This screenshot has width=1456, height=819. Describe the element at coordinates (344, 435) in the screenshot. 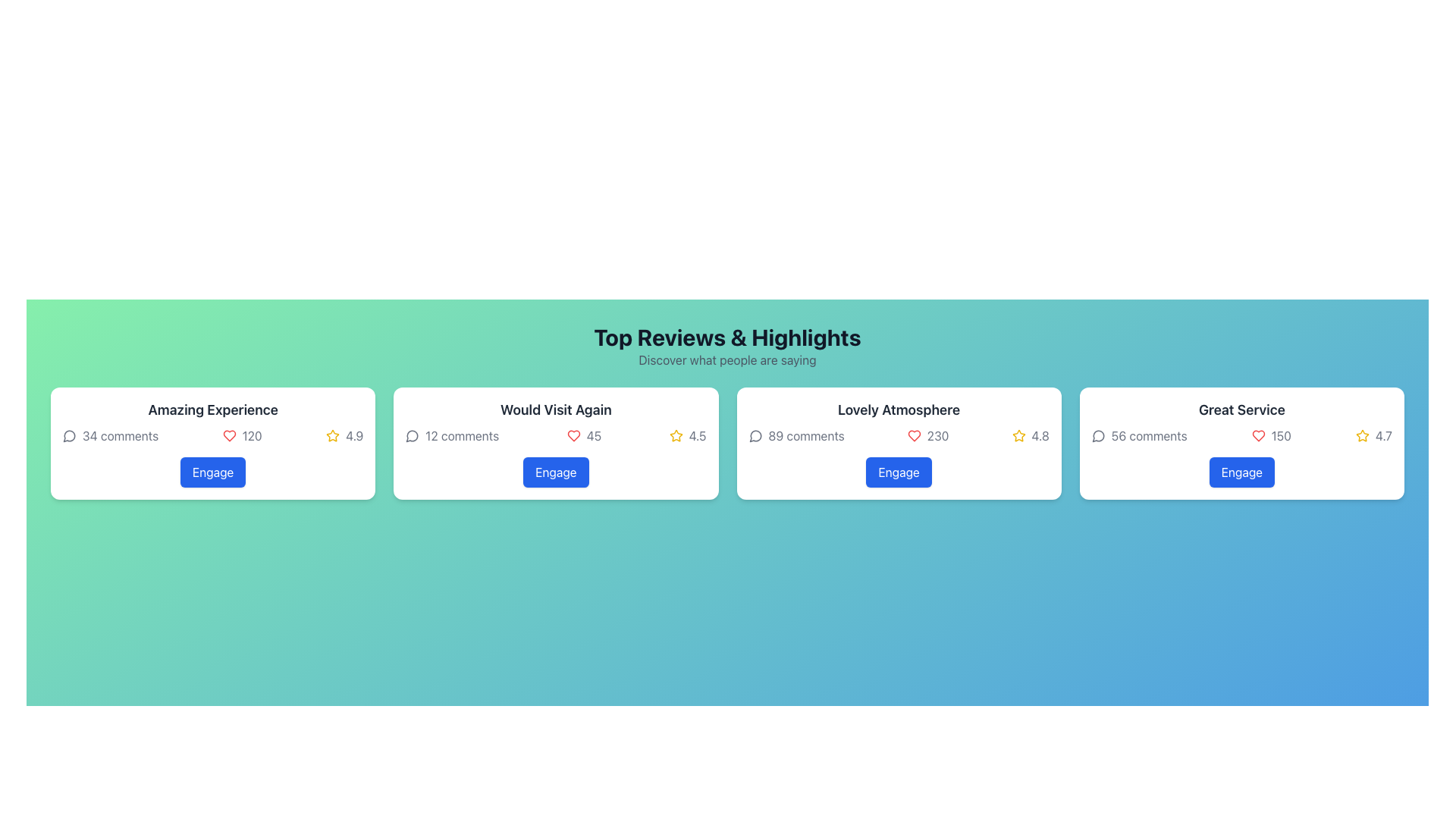

I see `the Rating Indicator element that displays a numeric rating of '4.9' and a yellow star icon, located in the bottom-right section of the first card under 'Amazing Experience.'` at that location.